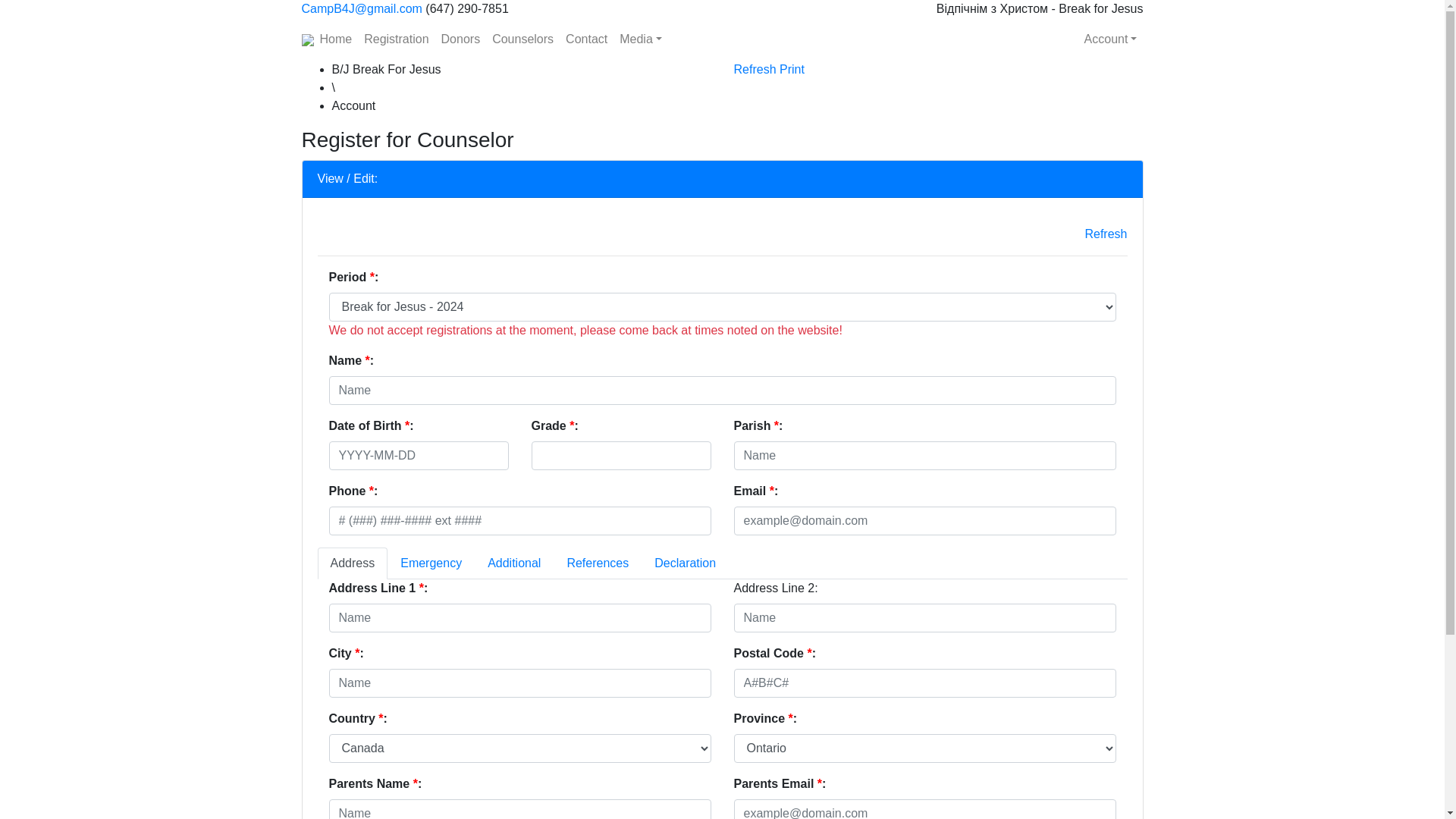 This screenshot has height=819, width=1456. Describe the element at coordinates (779, 69) in the screenshot. I see `'Print'` at that location.